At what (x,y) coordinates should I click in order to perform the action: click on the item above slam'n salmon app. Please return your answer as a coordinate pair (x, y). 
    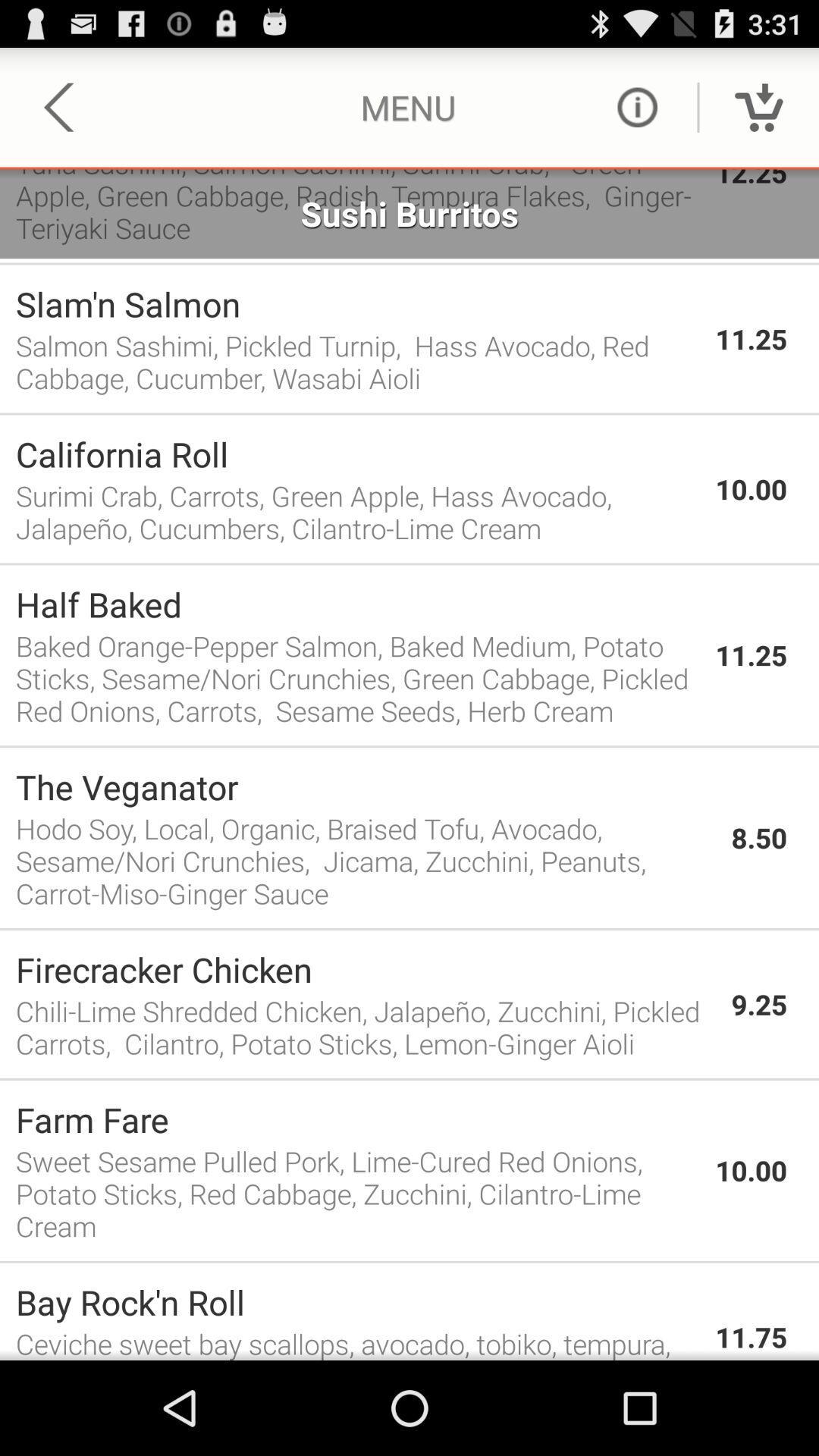
    Looking at the image, I should click on (409, 263).